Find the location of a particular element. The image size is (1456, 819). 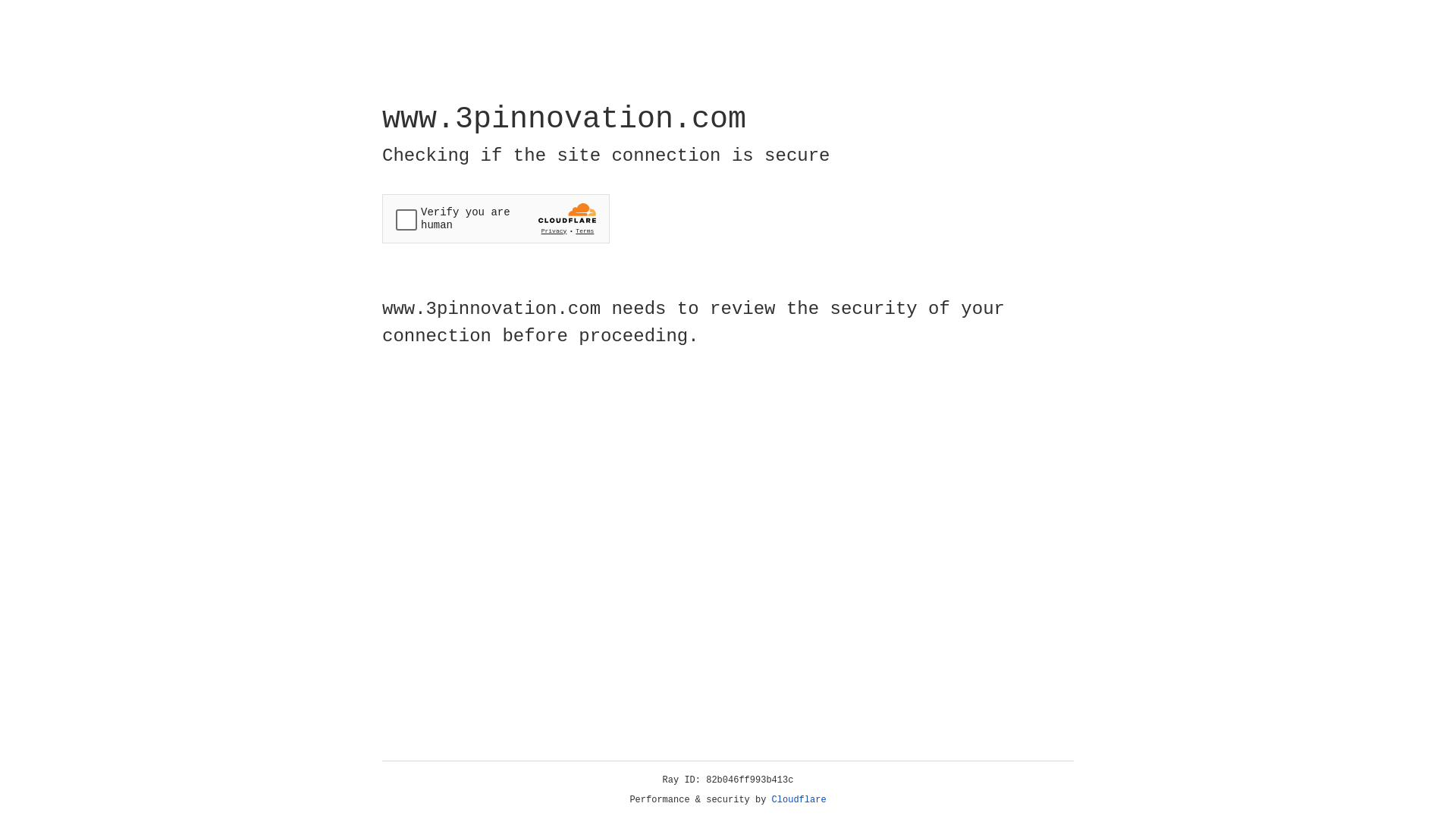

'Widget containing a Cloudflare security challenge' is located at coordinates (495, 218).